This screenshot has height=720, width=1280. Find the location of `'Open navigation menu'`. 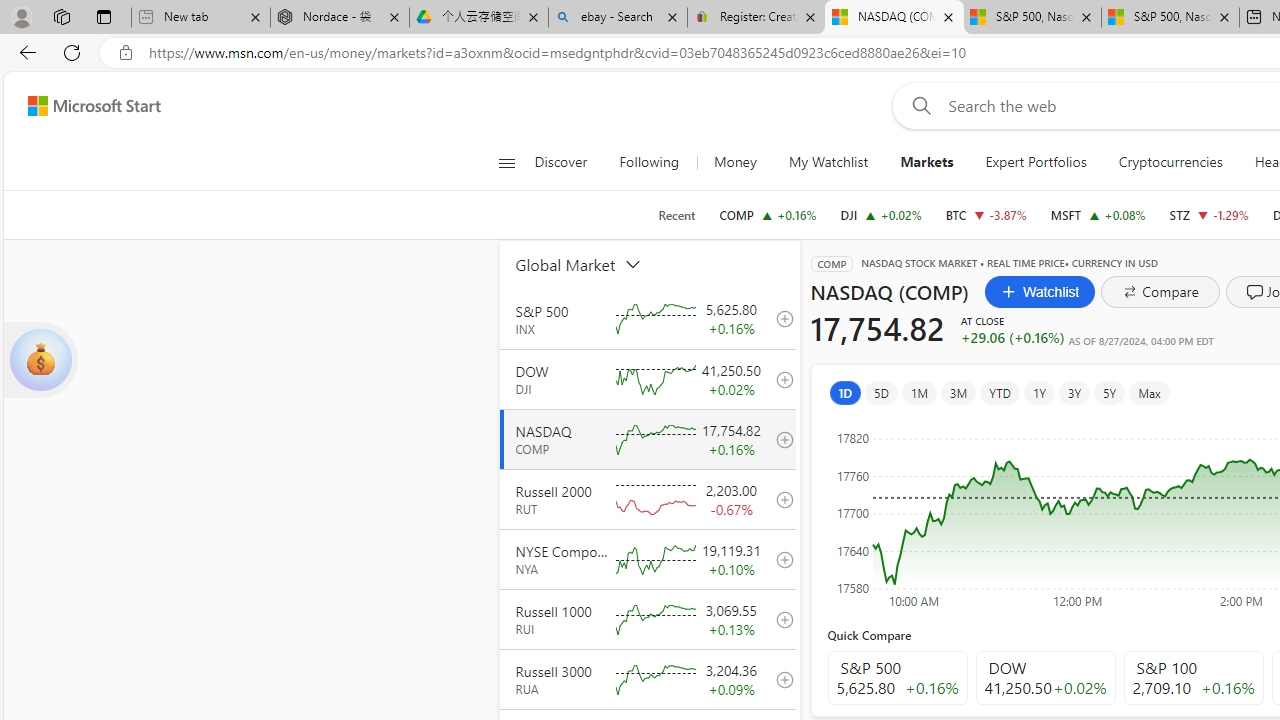

'Open navigation menu' is located at coordinates (506, 162).